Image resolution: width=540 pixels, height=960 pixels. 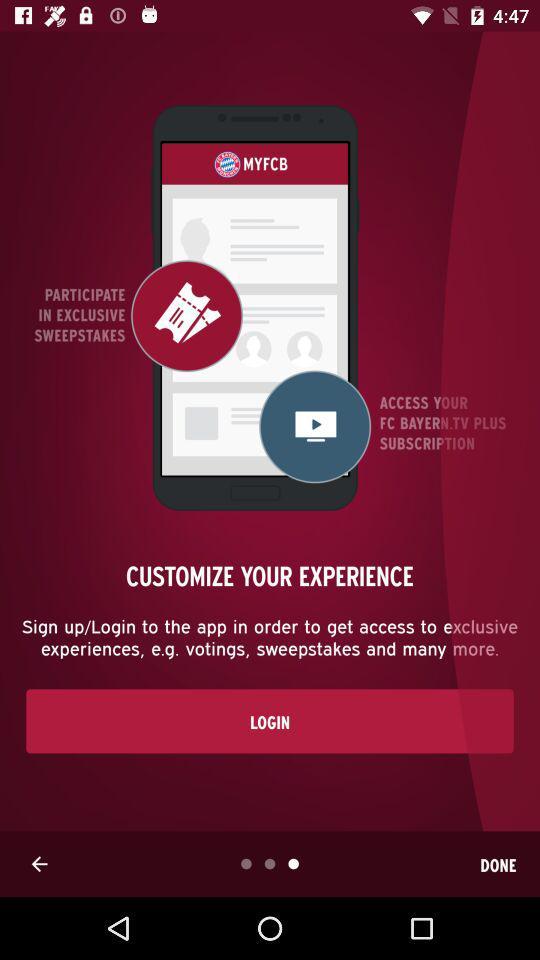 What do you see at coordinates (39, 863) in the screenshot?
I see `the arrow_backward icon` at bounding box center [39, 863].